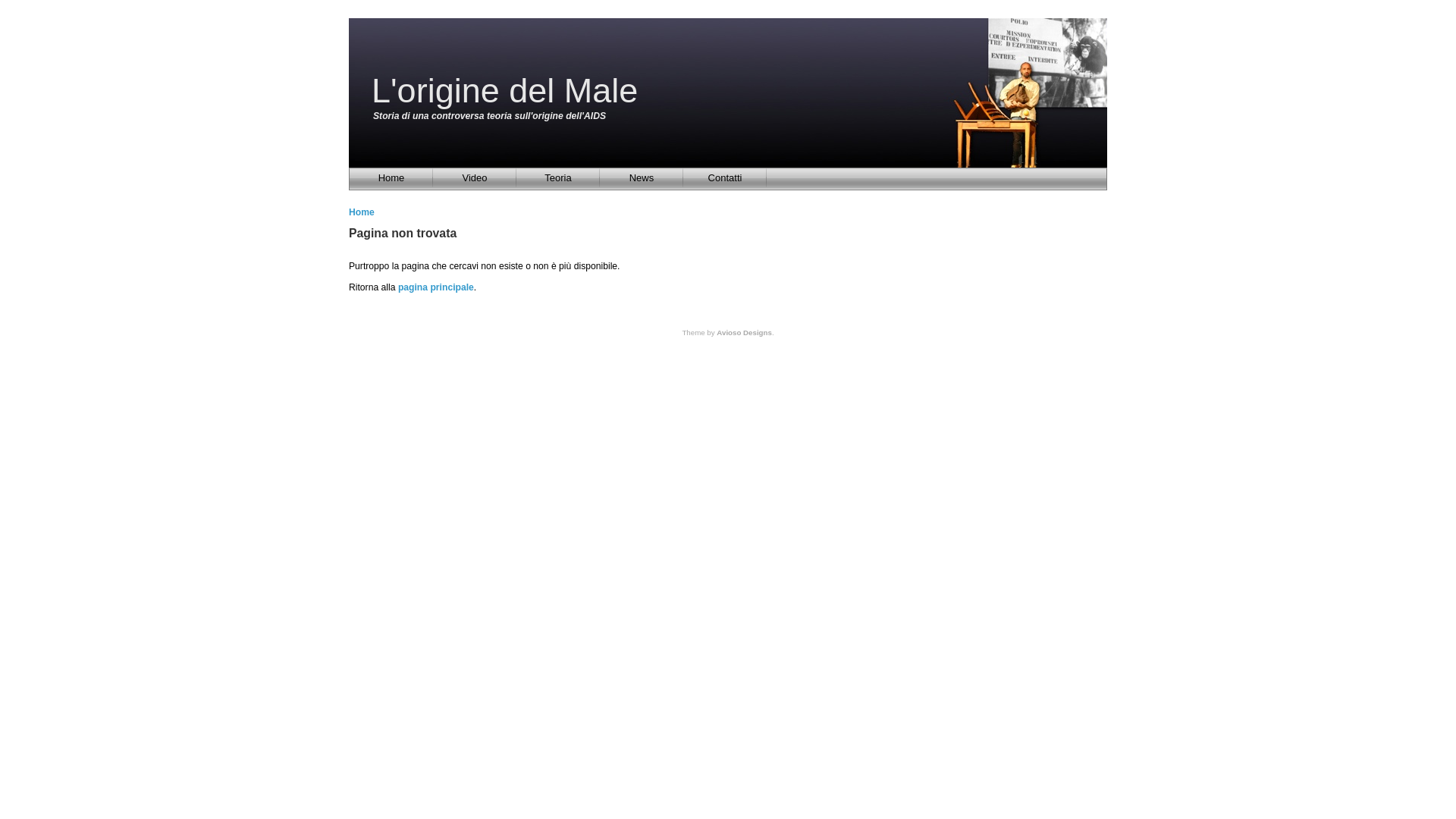 This screenshot has height=819, width=1456. What do you see at coordinates (435, 287) in the screenshot?
I see `'pagina principale'` at bounding box center [435, 287].